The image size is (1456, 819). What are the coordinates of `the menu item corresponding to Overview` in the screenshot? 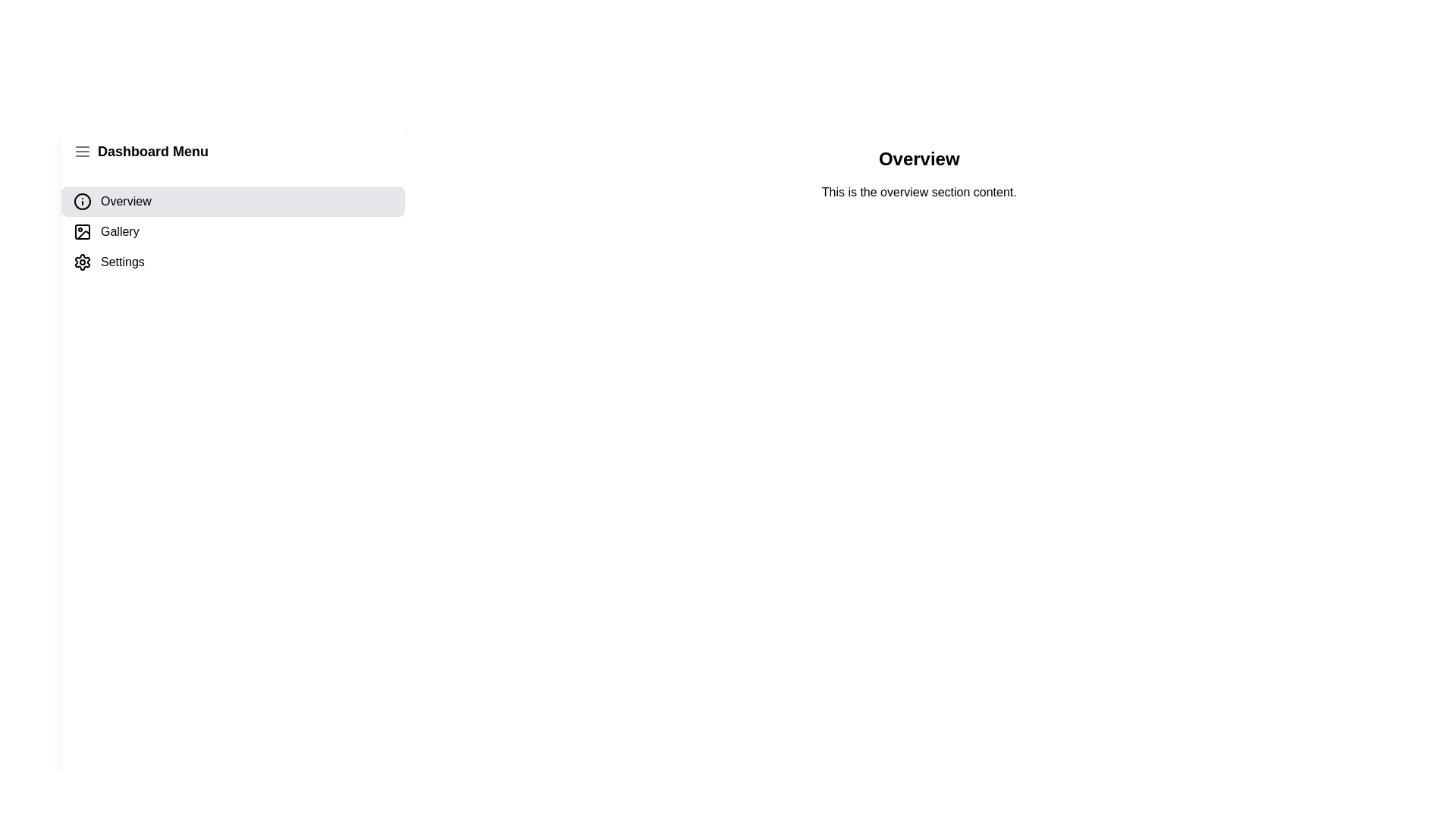 It's located at (232, 201).